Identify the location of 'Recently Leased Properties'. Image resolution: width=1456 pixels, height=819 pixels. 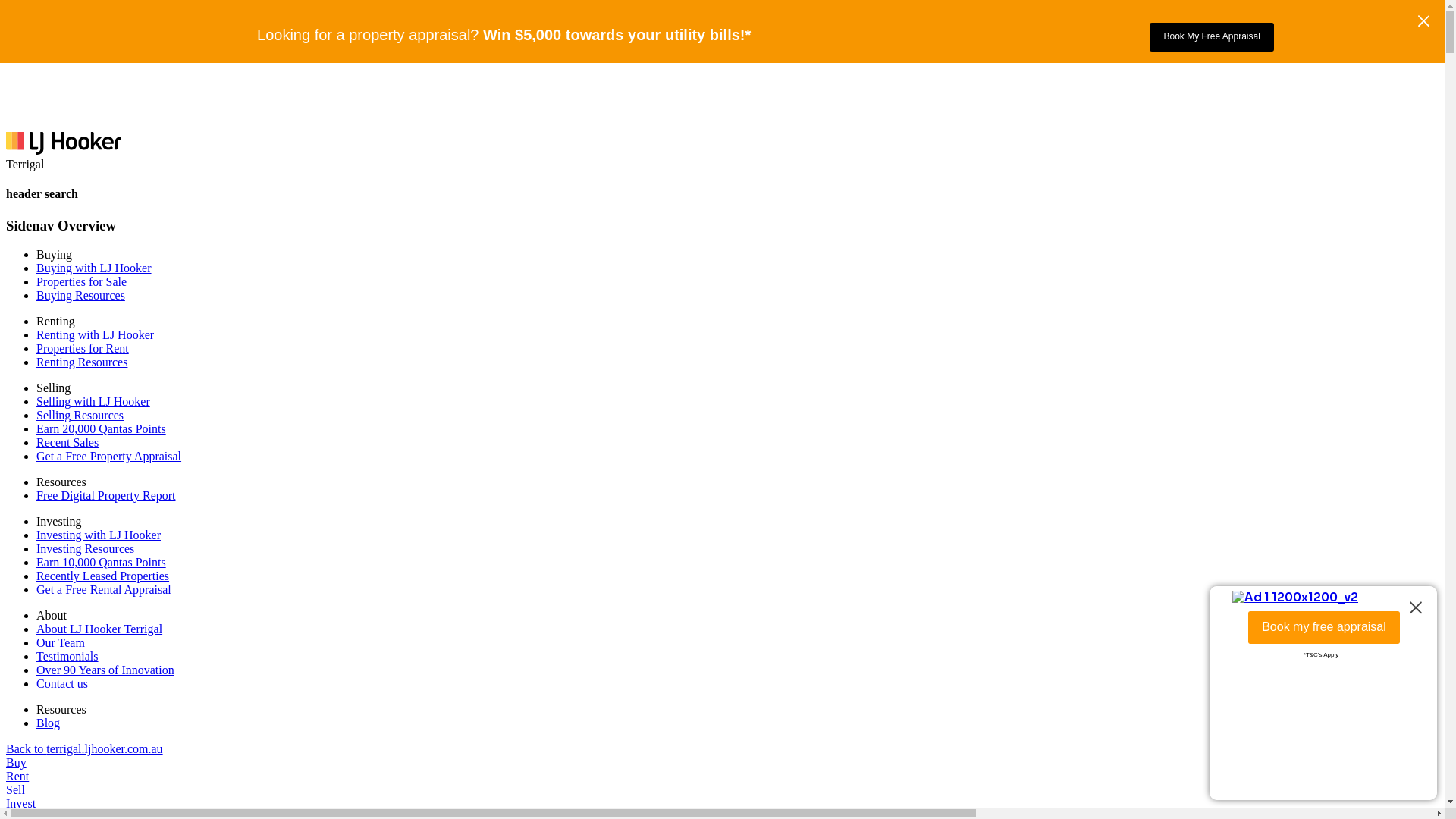
(102, 576).